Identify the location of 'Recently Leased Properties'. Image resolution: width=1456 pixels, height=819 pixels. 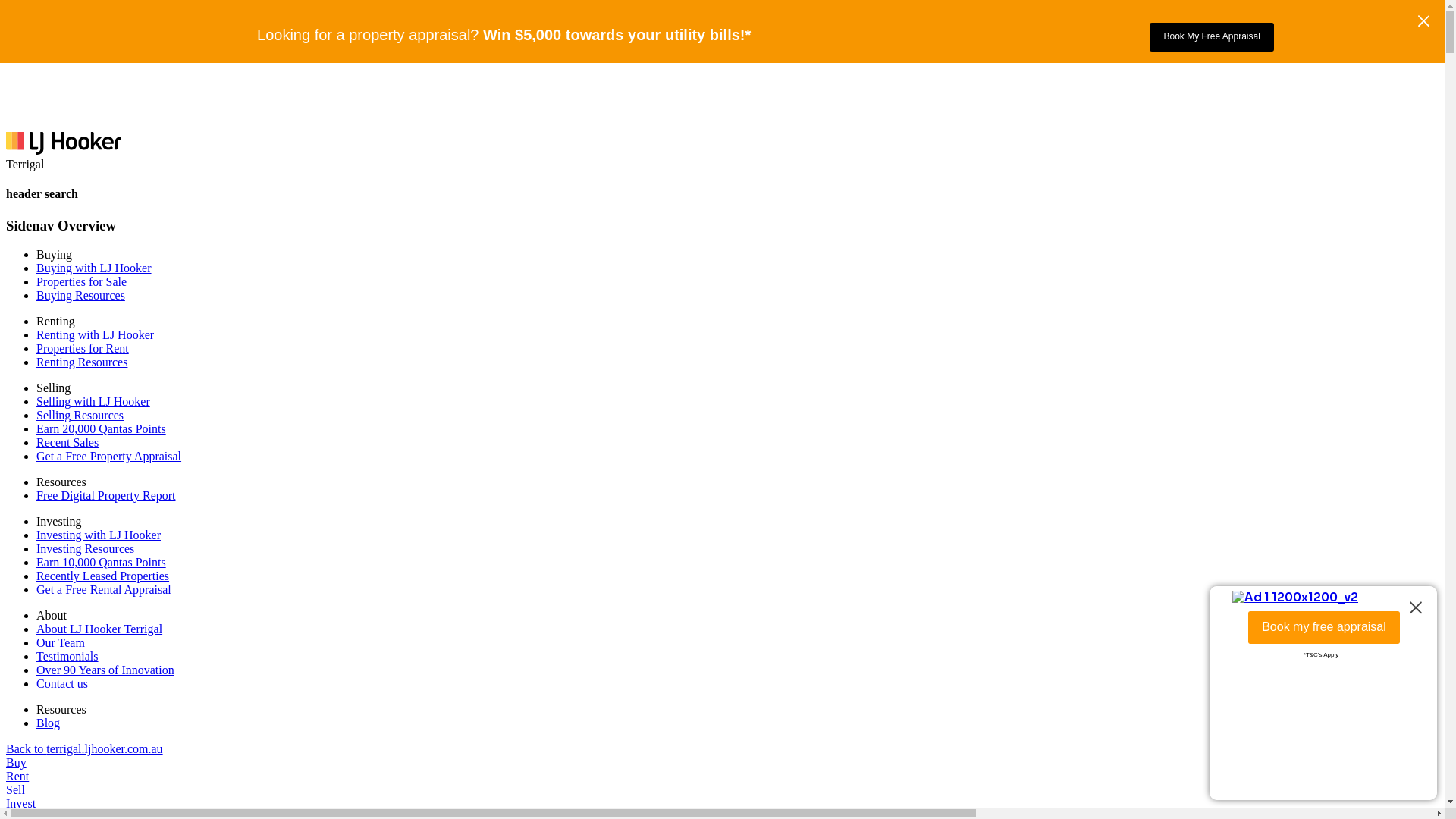
(102, 576).